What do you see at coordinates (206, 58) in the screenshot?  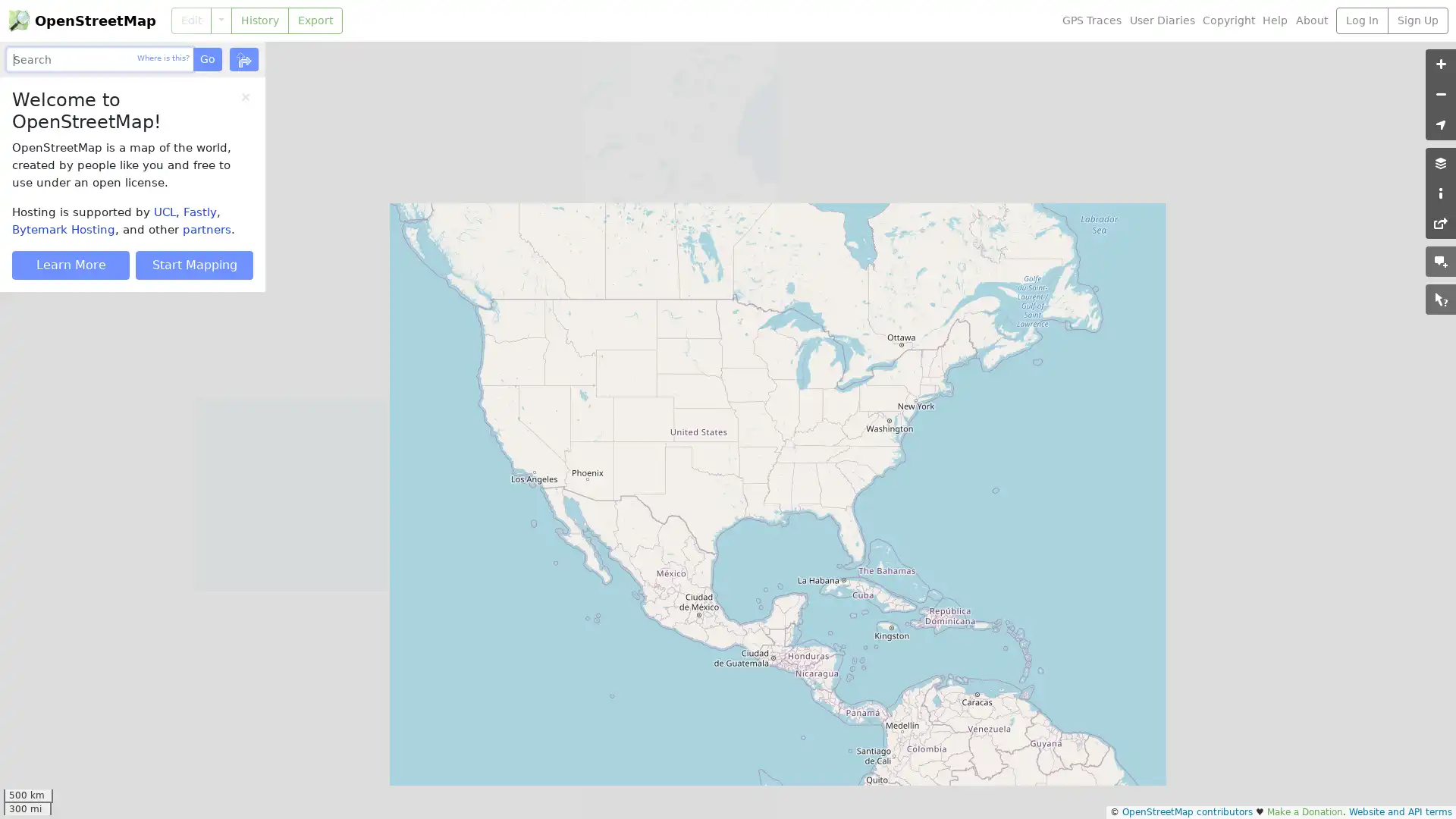 I see `Go` at bounding box center [206, 58].